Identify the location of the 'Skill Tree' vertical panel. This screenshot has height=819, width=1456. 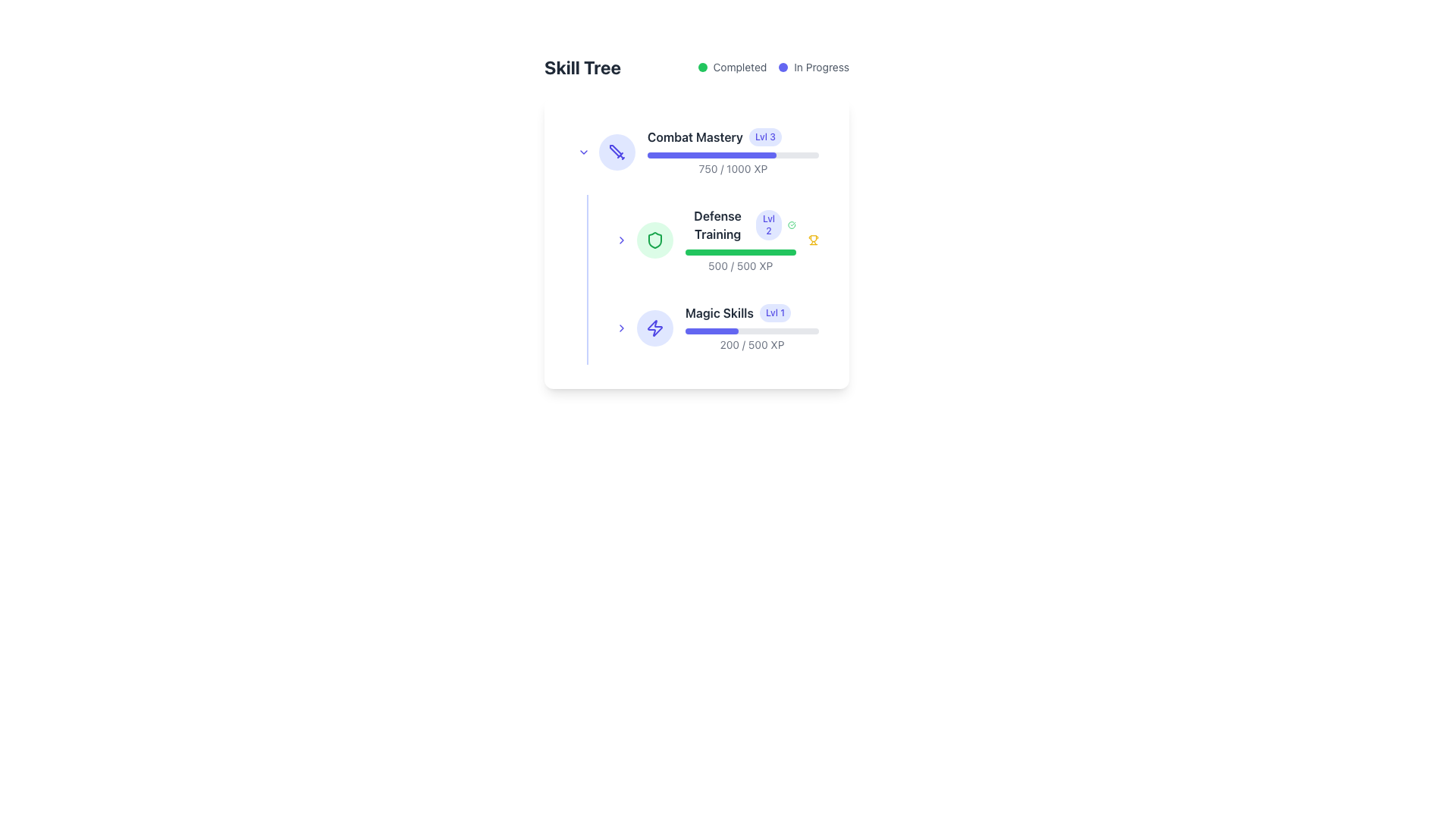
(695, 222).